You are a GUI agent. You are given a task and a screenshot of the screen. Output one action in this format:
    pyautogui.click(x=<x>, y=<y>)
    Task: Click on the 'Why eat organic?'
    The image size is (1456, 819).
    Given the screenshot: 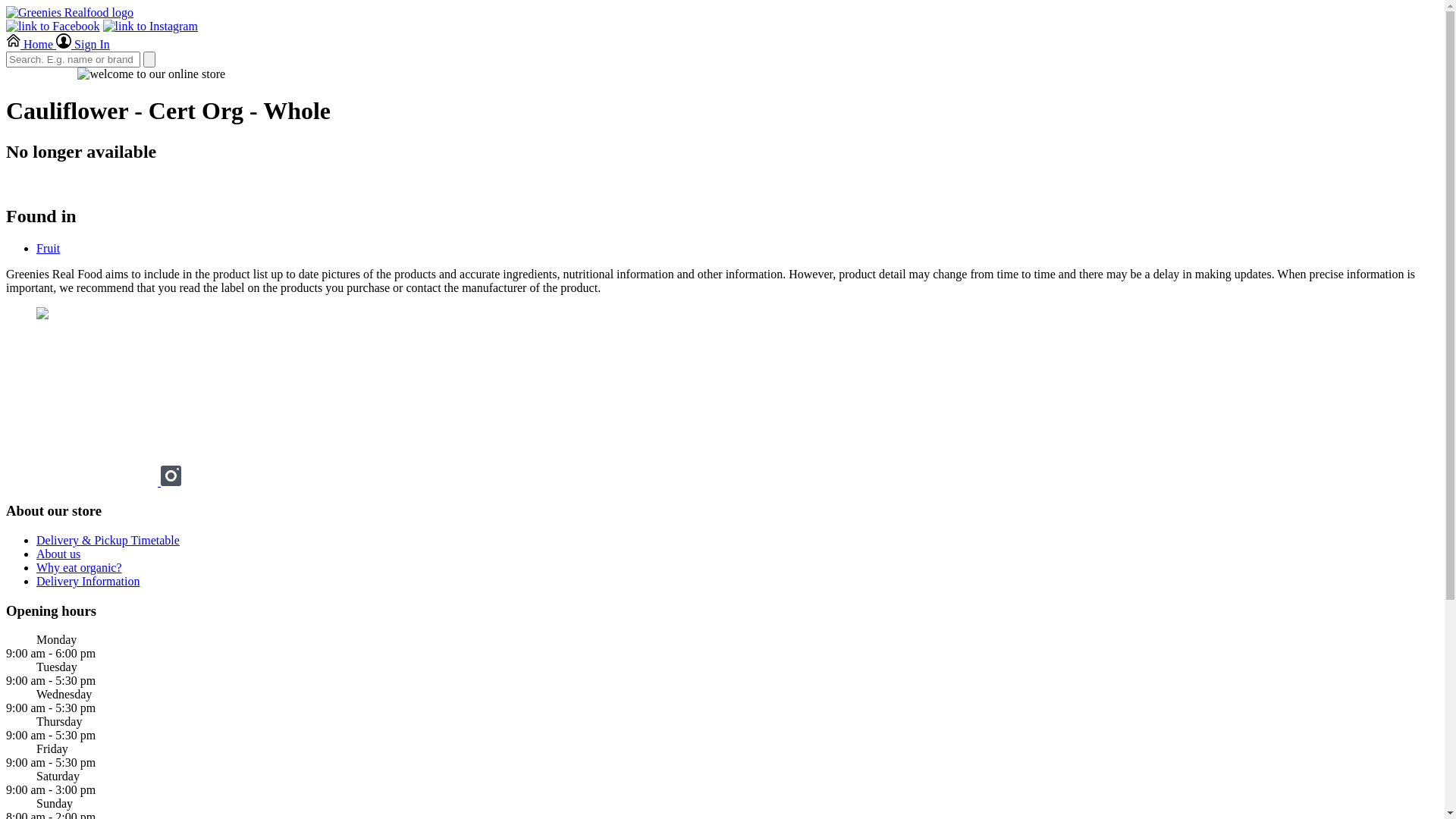 What is the action you would take?
    pyautogui.click(x=78, y=567)
    